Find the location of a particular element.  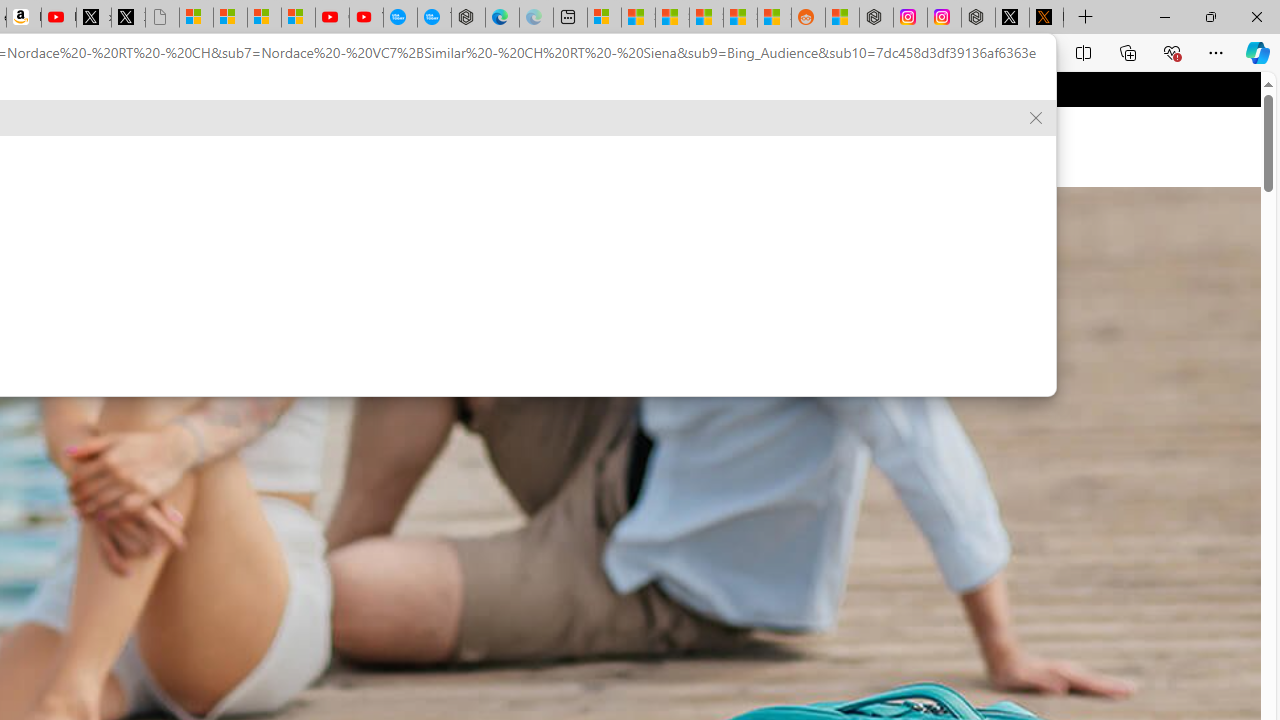

'Shanghai, China hourly forecast | Microsoft Weather' is located at coordinates (672, 17).